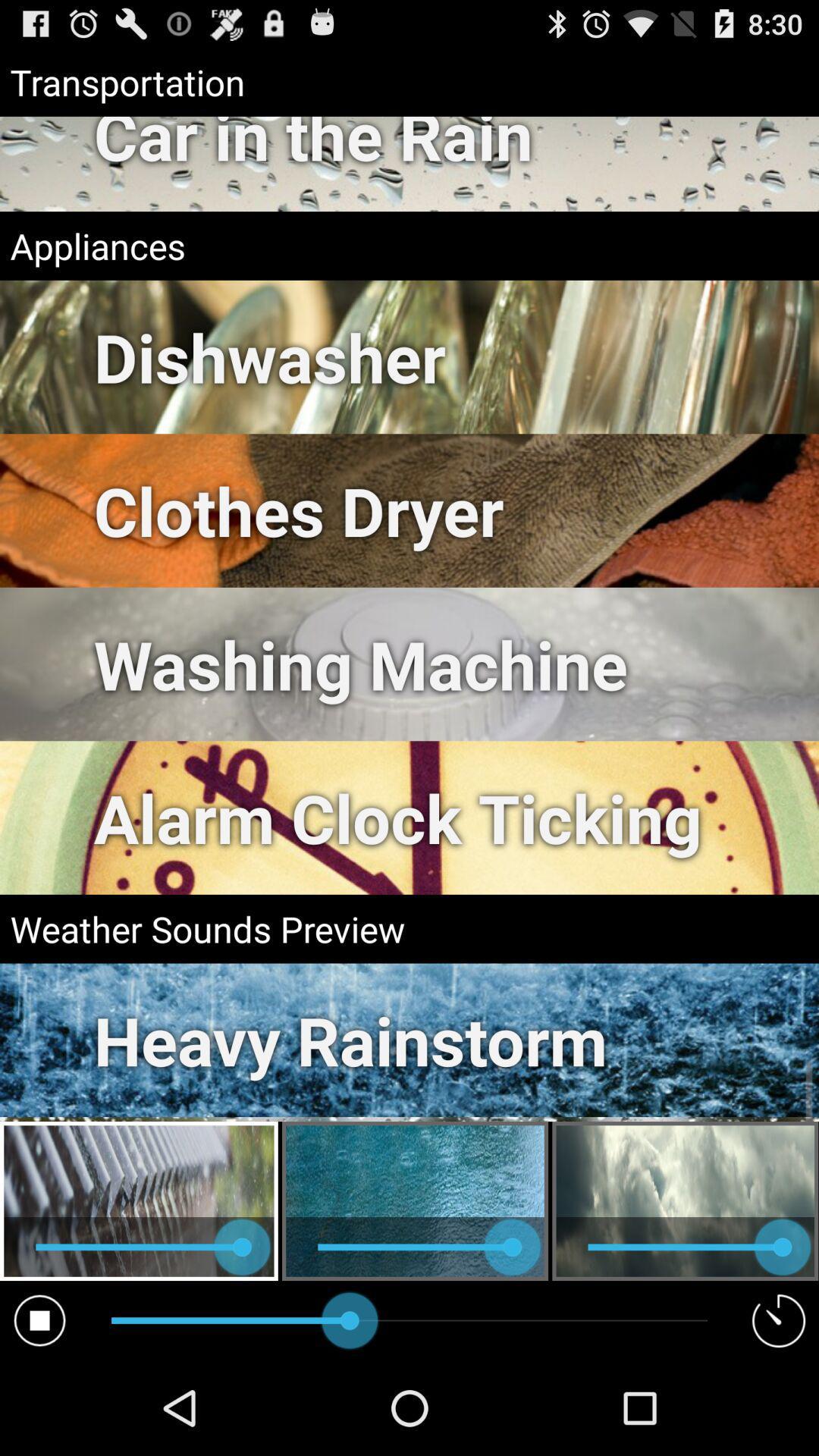  I want to click on the time icon, so click(779, 1412).